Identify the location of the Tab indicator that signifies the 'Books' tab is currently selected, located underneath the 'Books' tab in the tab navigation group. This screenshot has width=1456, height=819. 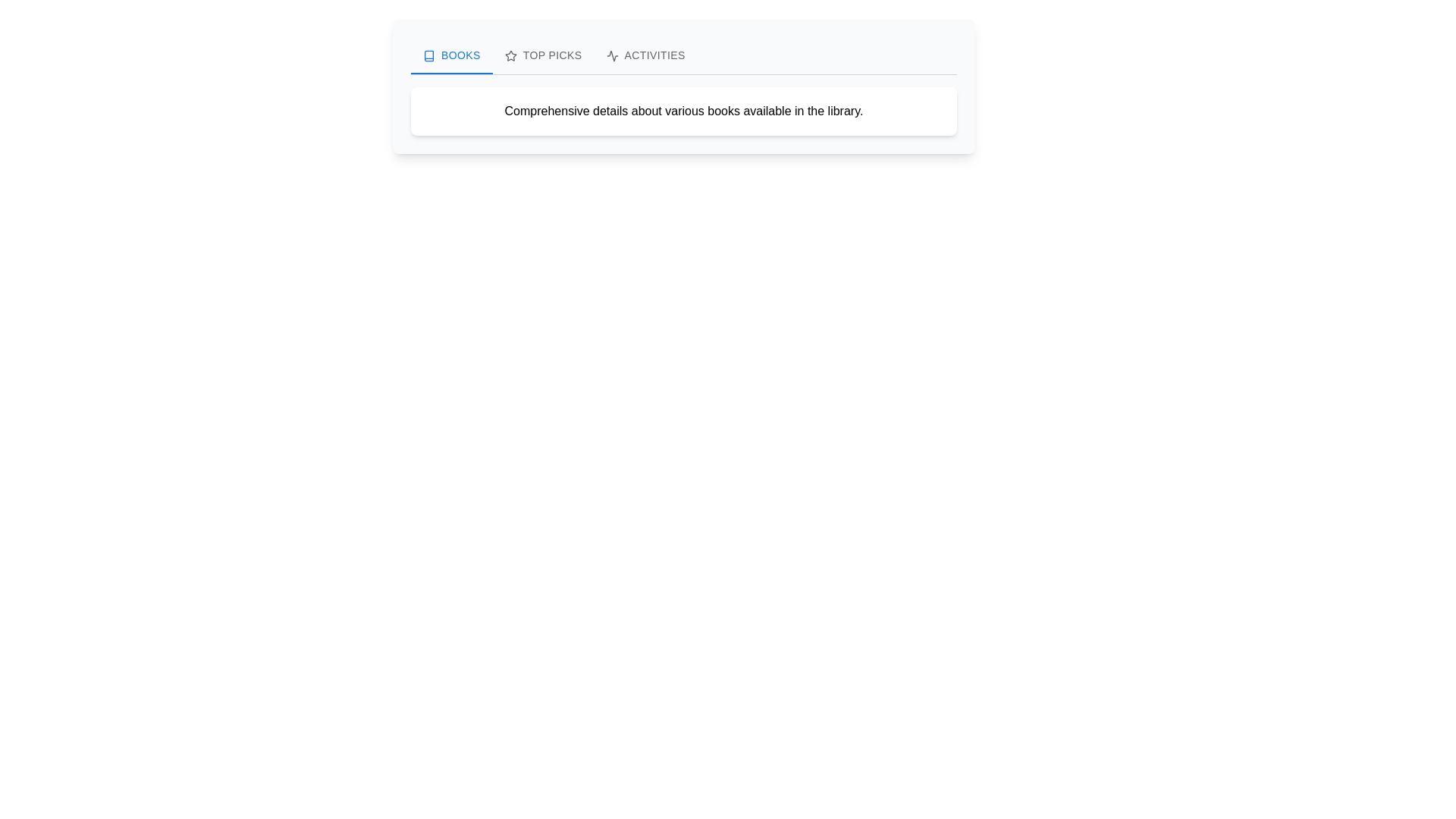
(450, 73).